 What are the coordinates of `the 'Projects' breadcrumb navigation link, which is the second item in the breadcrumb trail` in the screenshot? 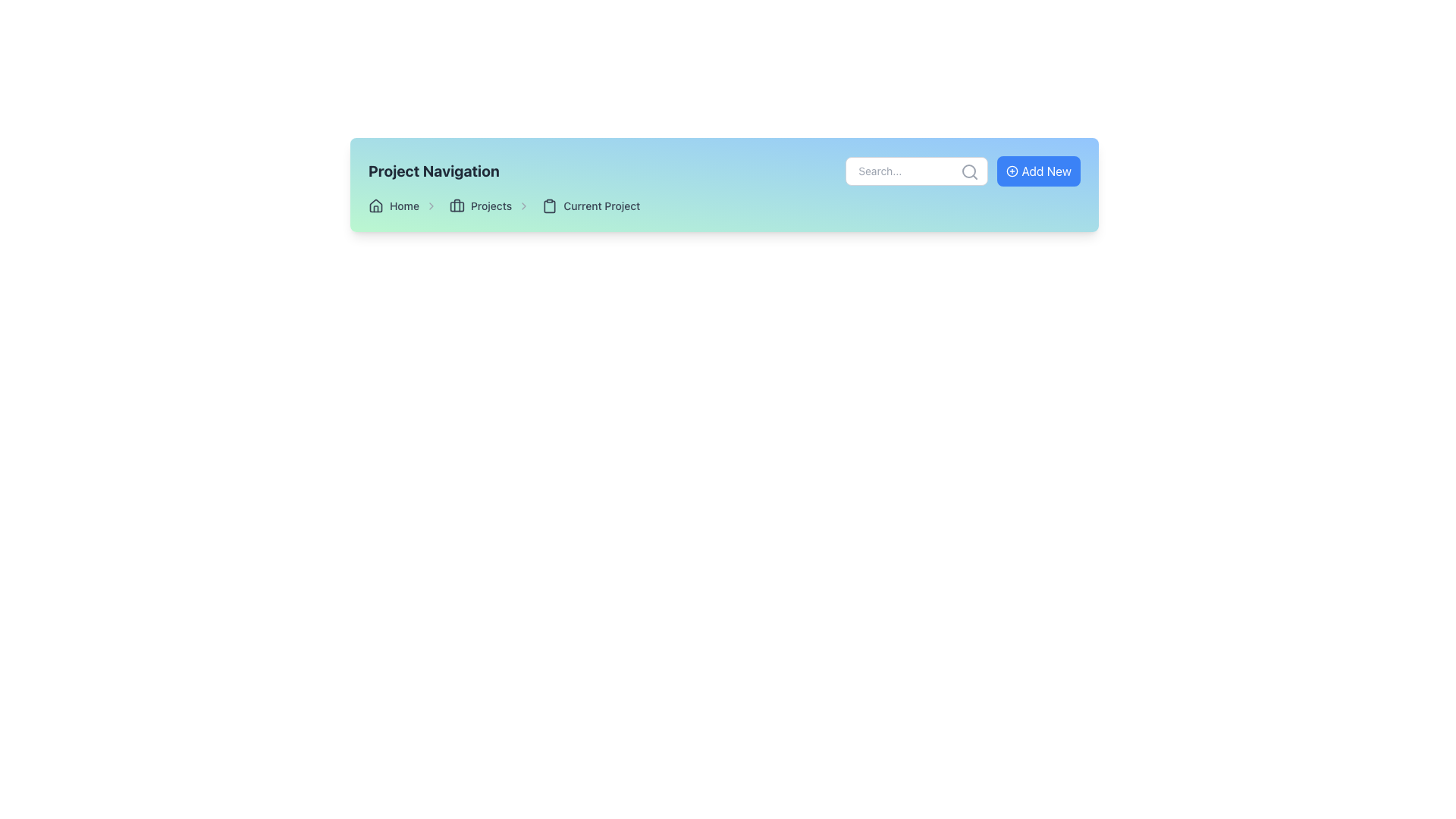 It's located at (490, 206).